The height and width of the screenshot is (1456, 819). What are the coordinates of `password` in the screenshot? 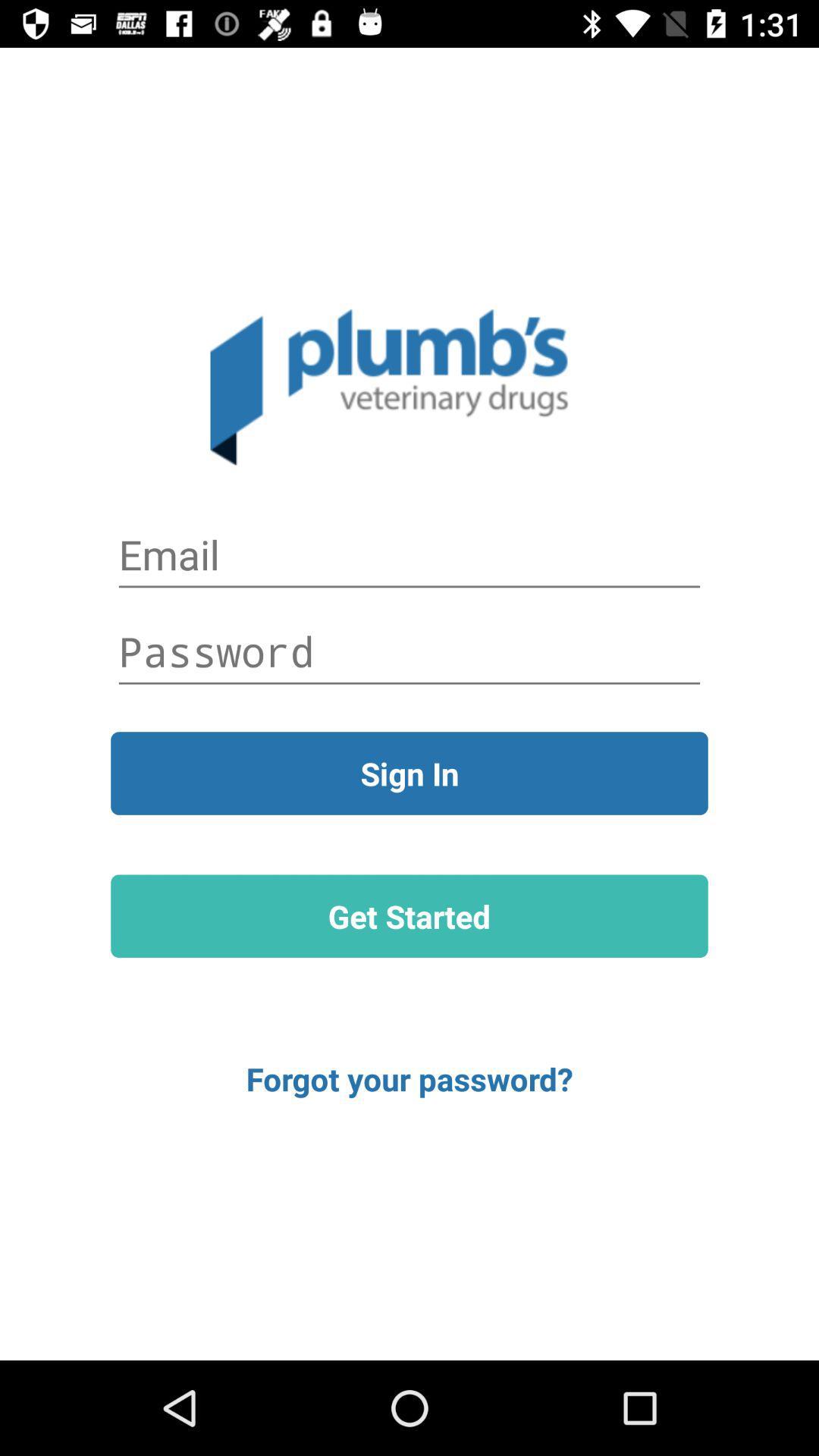 It's located at (409, 651).